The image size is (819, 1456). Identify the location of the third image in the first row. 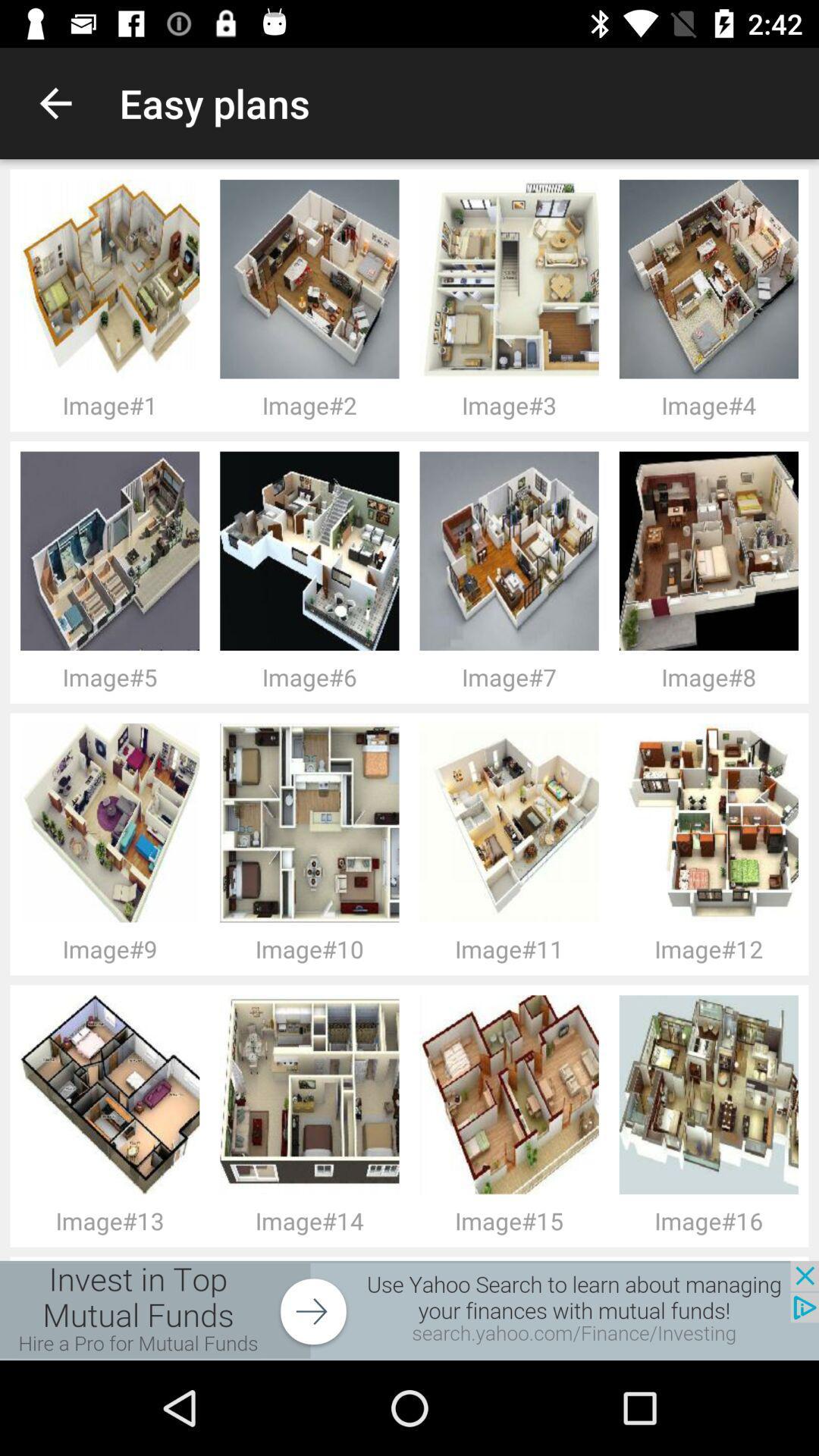
(114, 822).